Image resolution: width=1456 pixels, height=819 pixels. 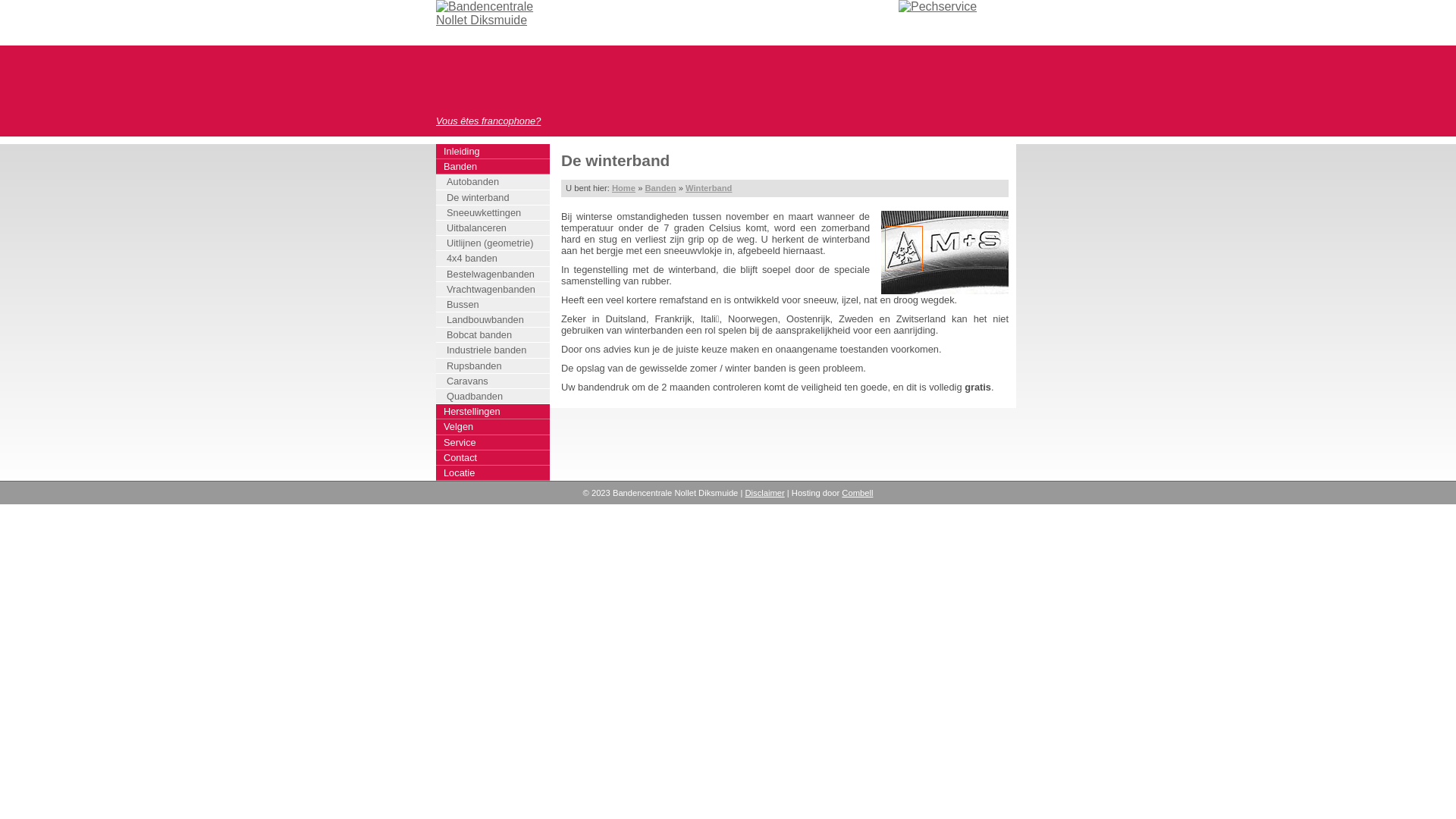 What do you see at coordinates (494, 366) in the screenshot?
I see `'Rupsbanden'` at bounding box center [494, 366].